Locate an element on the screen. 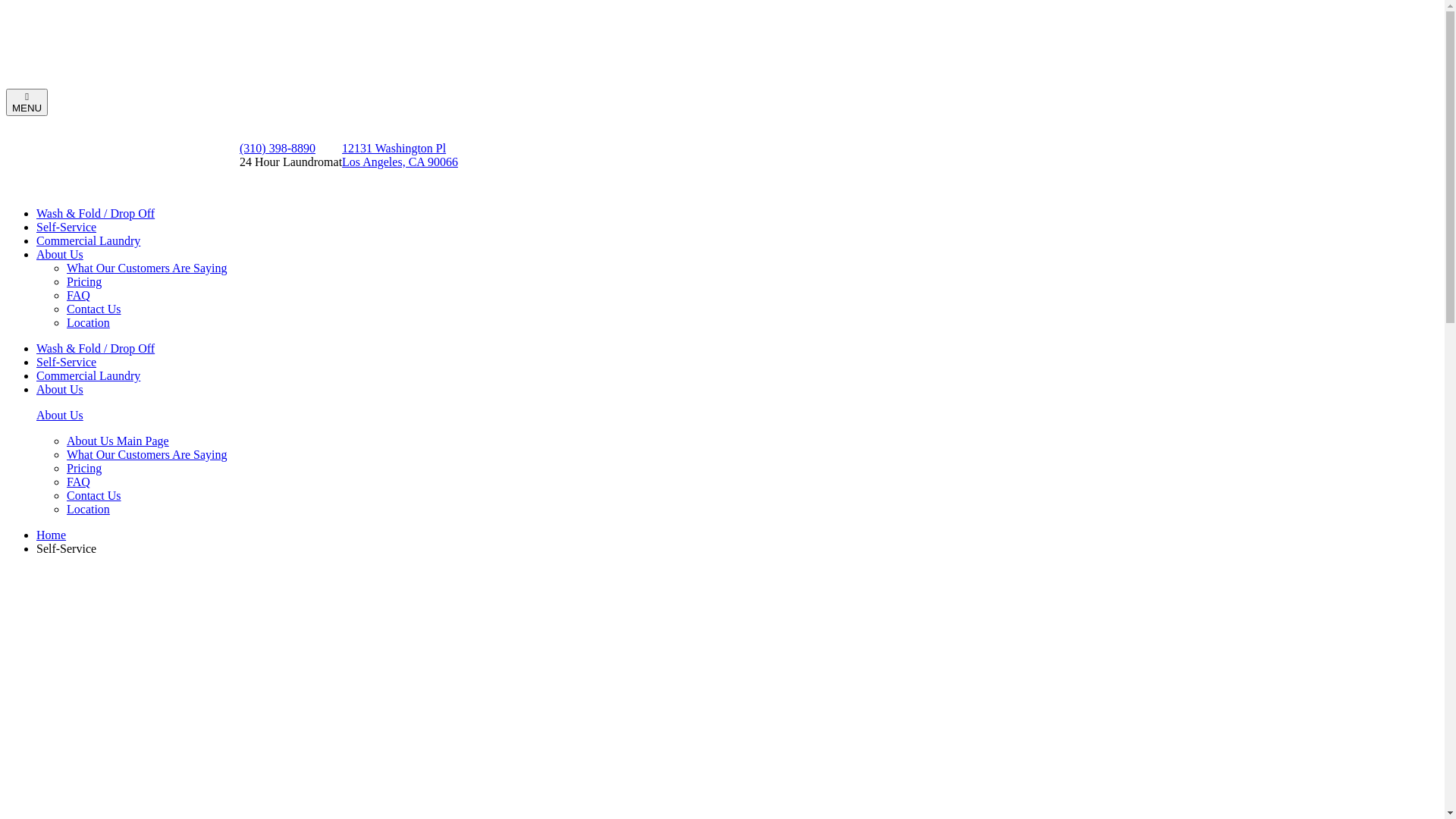  'Pricing' is located at coordinates (65, 467).